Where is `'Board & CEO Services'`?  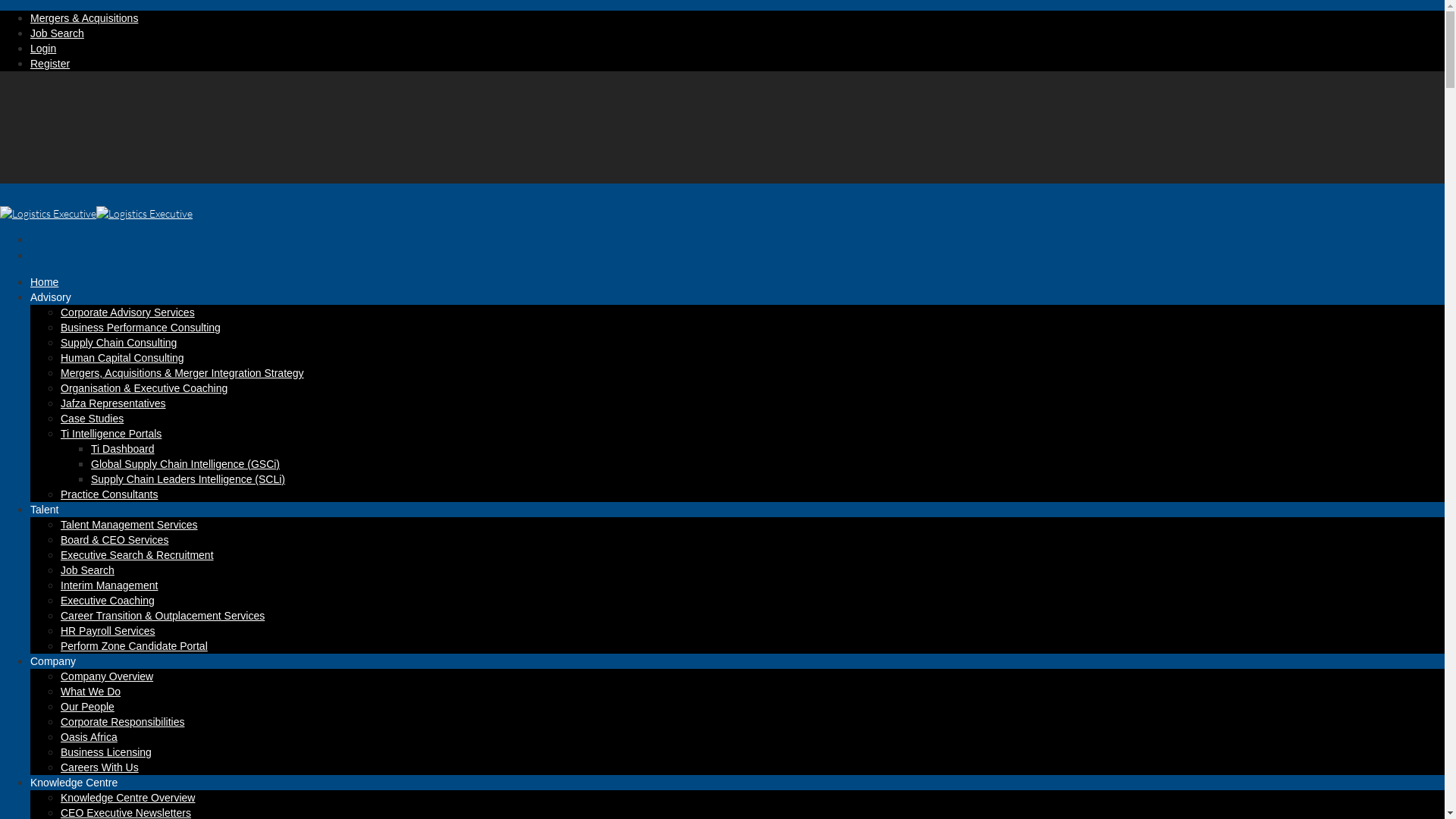
'Board & CEO Services' is located at coordinates (113, 539).